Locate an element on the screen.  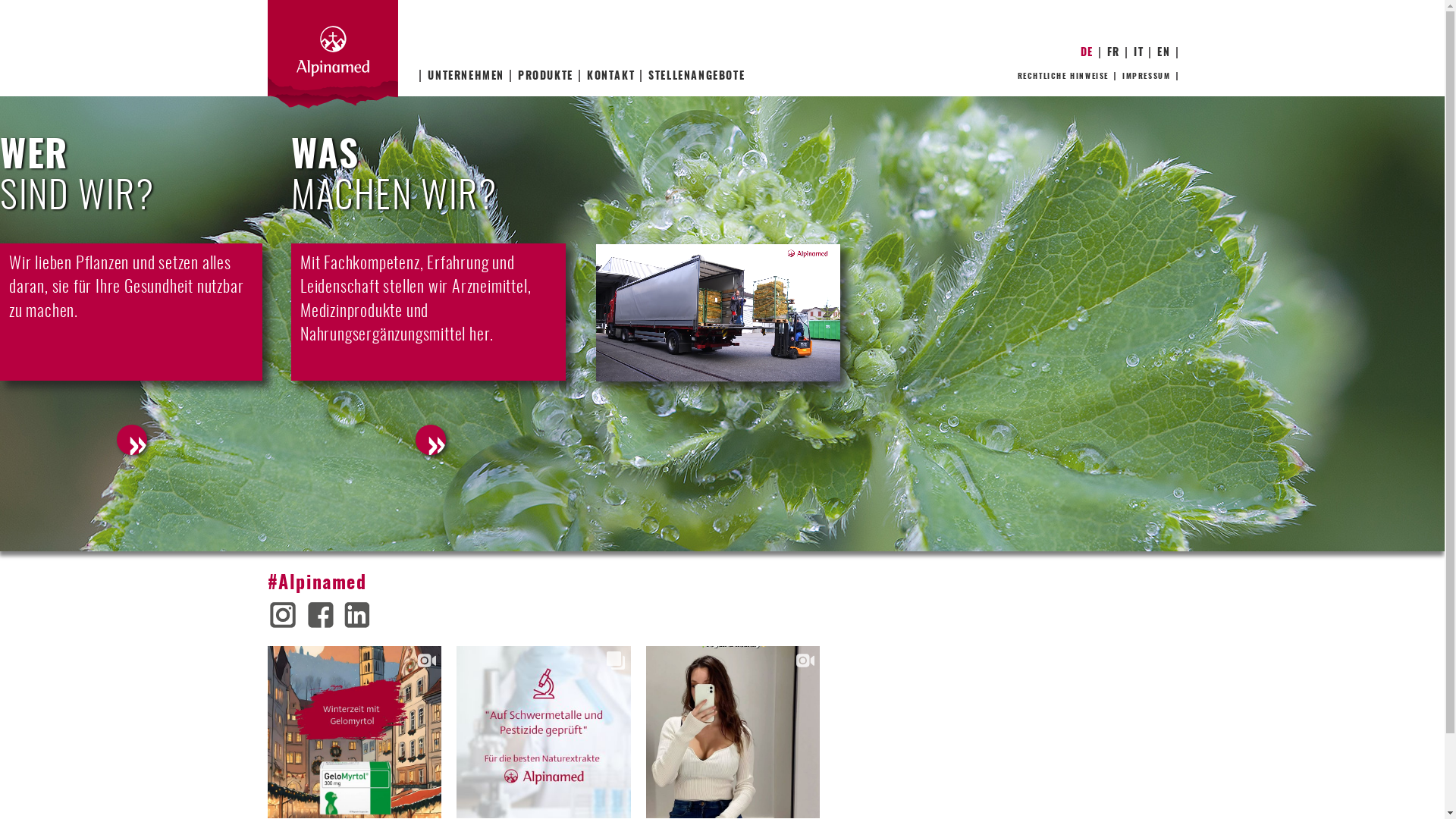
'EN' is located at coordinates (1163, 52).